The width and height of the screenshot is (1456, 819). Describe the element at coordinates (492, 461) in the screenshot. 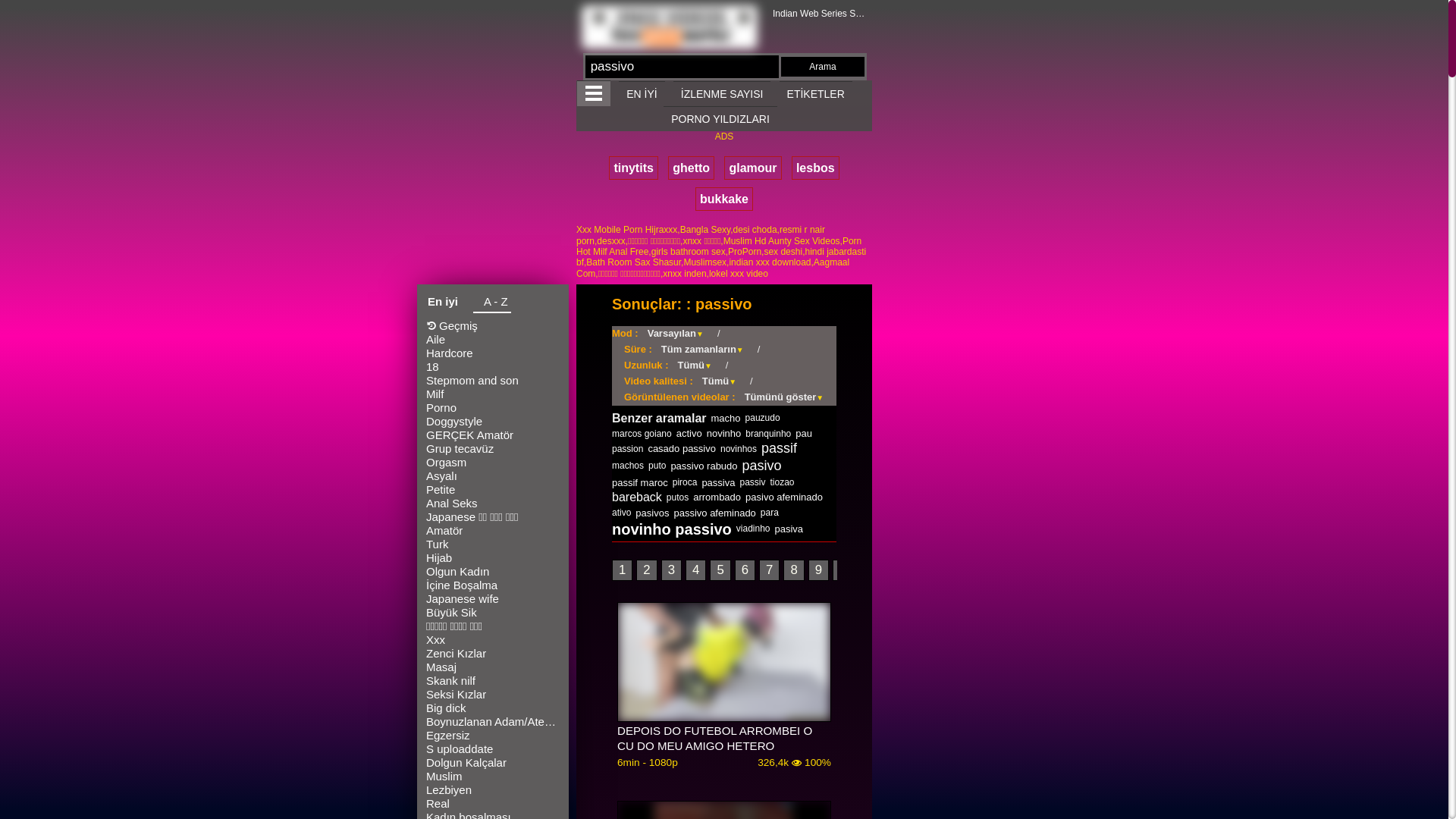

I see `'Orgasm'` at that location.